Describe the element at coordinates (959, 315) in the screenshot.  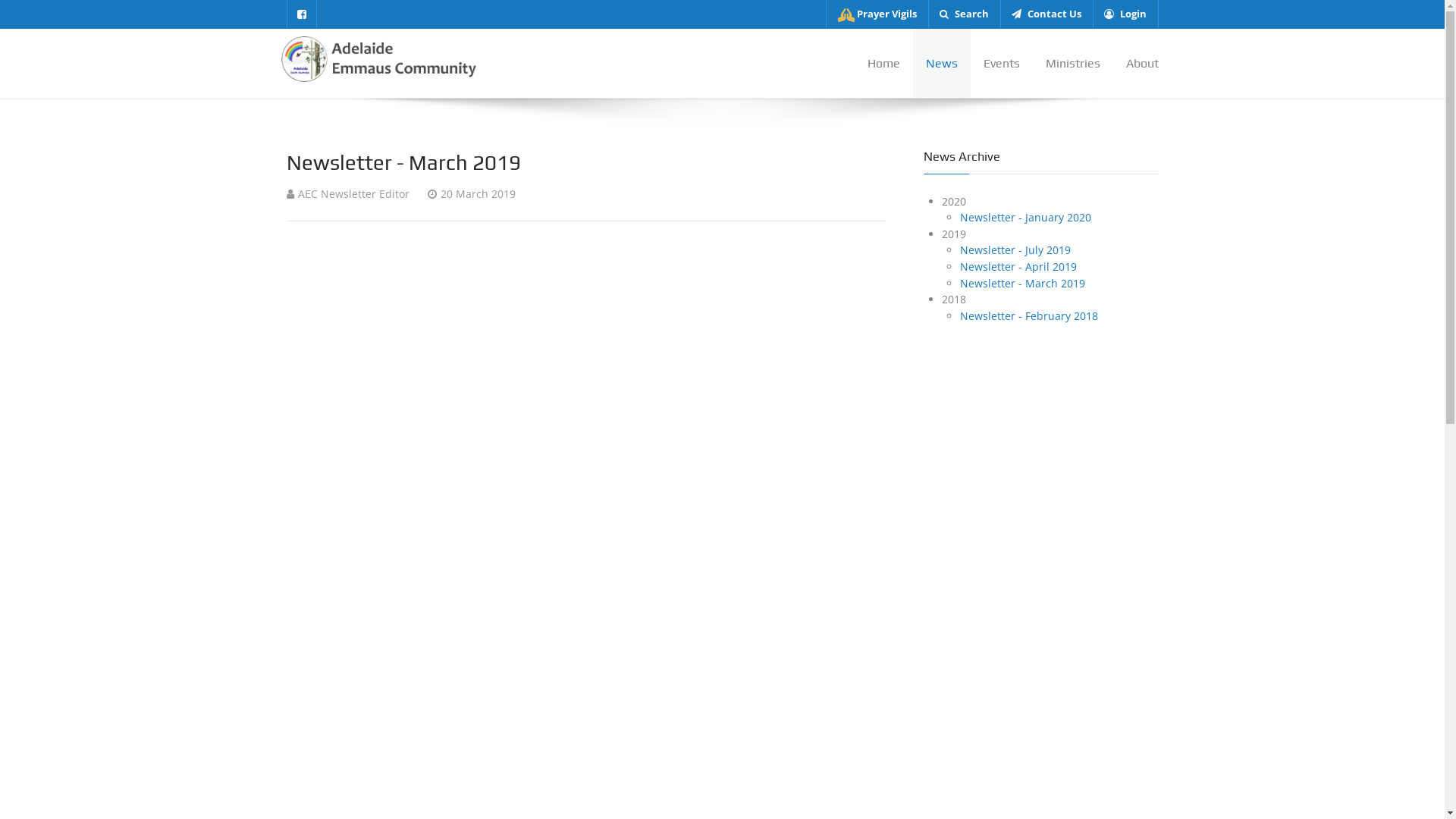
I see `'Newsletter - February 2018'` at that location.